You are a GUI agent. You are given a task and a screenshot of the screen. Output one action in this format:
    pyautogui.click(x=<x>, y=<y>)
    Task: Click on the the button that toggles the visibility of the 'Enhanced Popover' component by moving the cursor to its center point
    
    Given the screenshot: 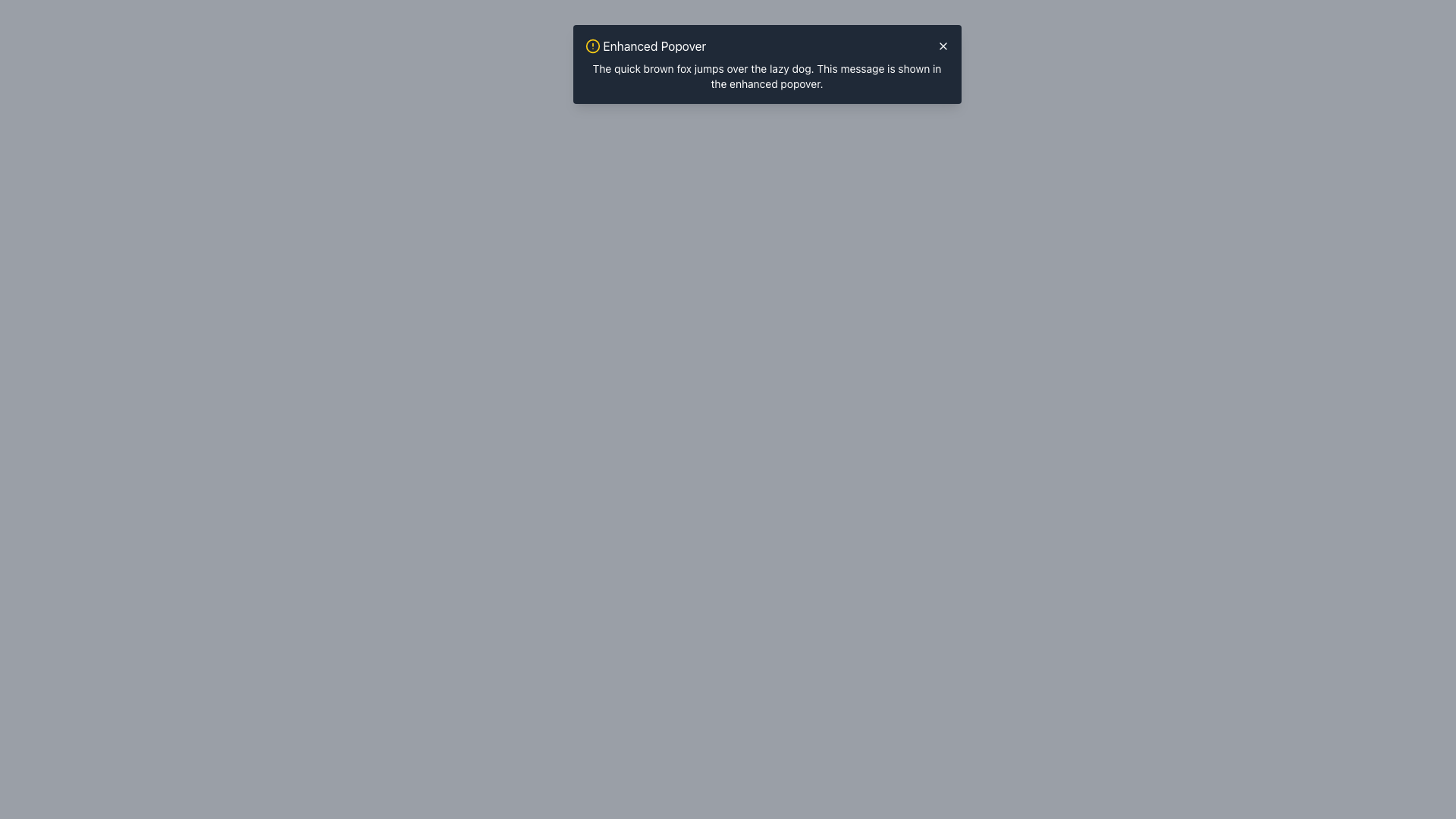 What is the action you would take?
    pyautogui.click(x=767, y=39)
    